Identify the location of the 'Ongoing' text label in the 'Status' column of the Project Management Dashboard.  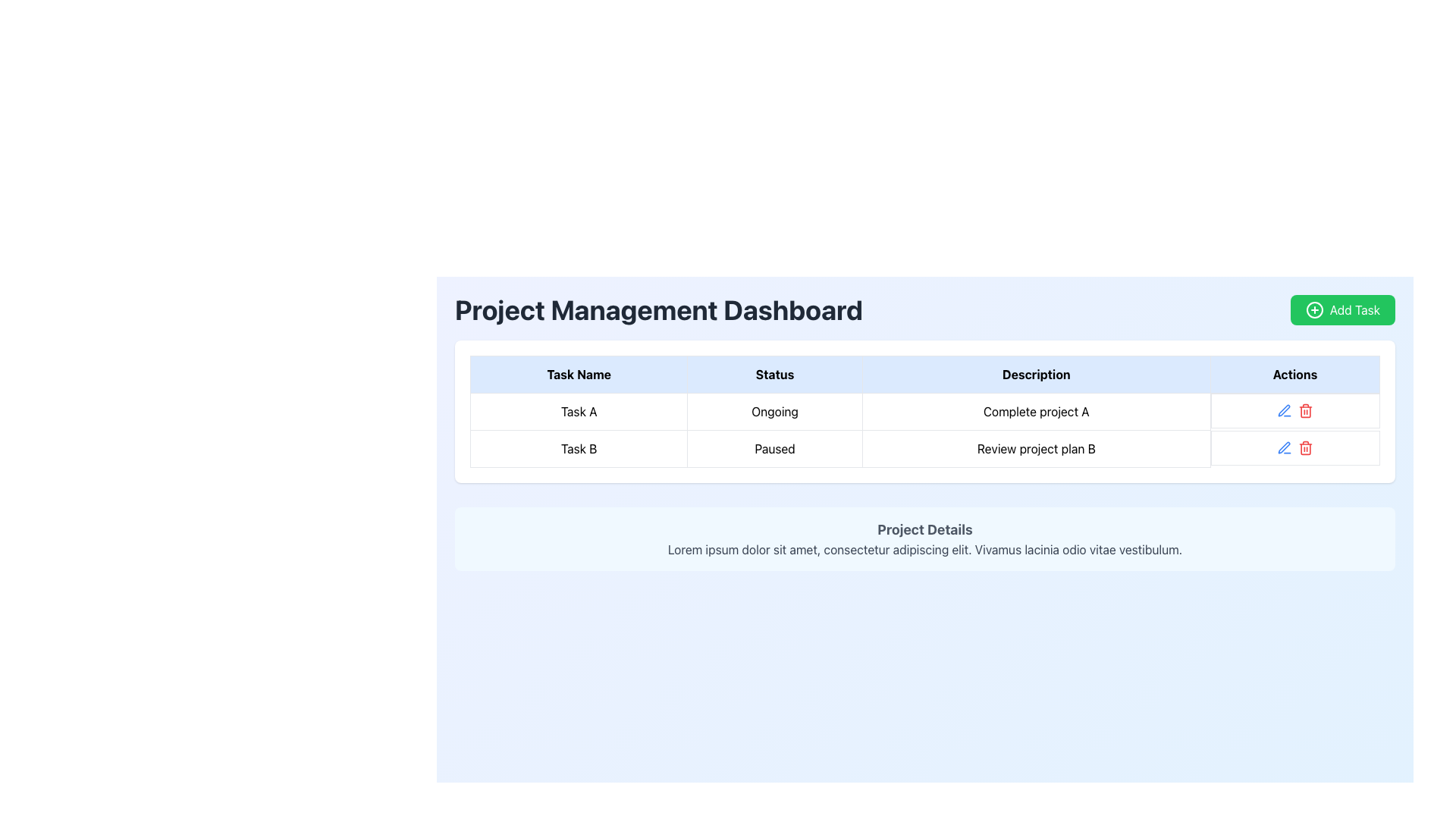
(775, 412).